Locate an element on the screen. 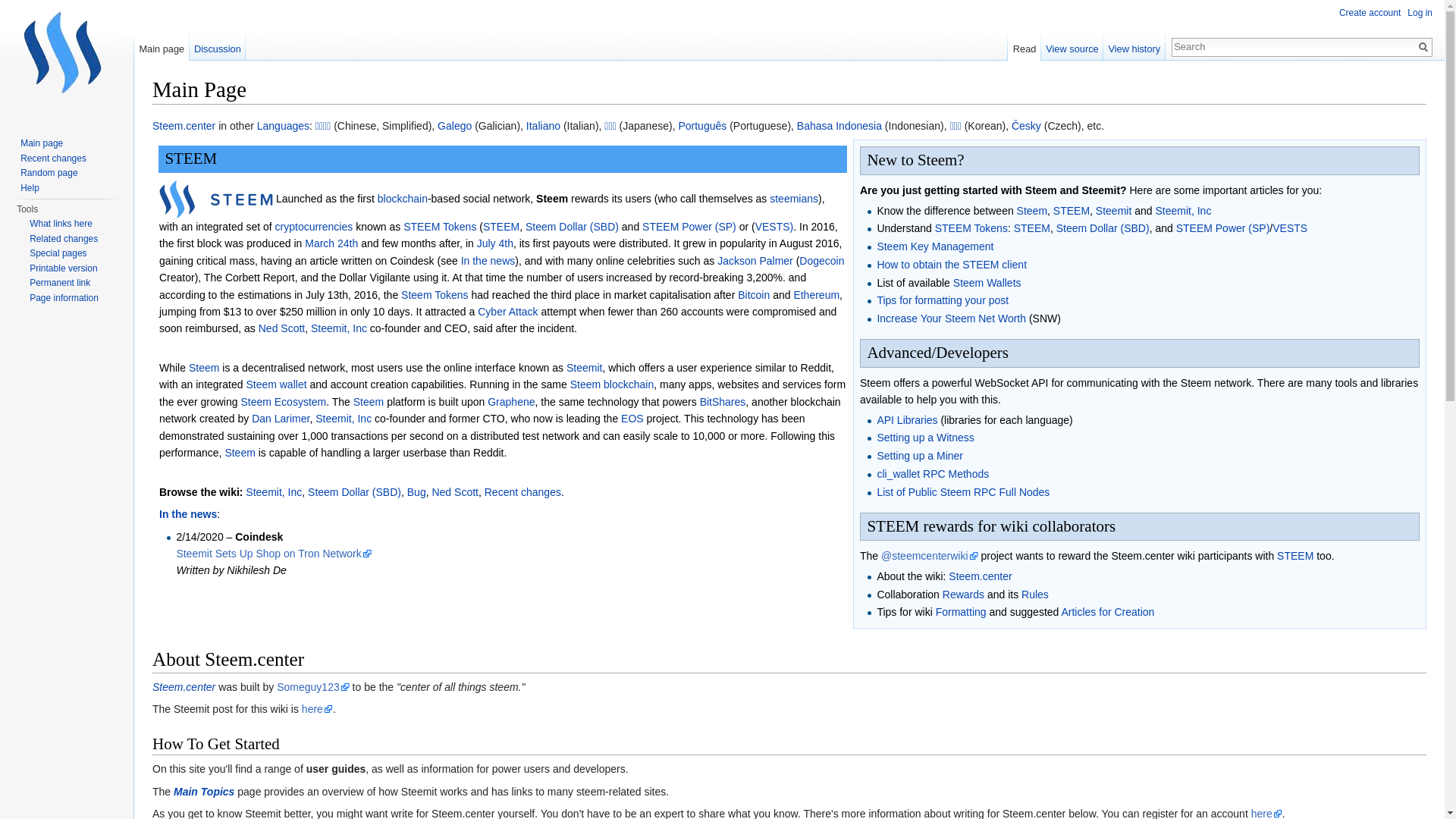 Image resolution: width=1456 pixels, height=819 pixels. 'Discussion' is located at coordinates (217, 45).